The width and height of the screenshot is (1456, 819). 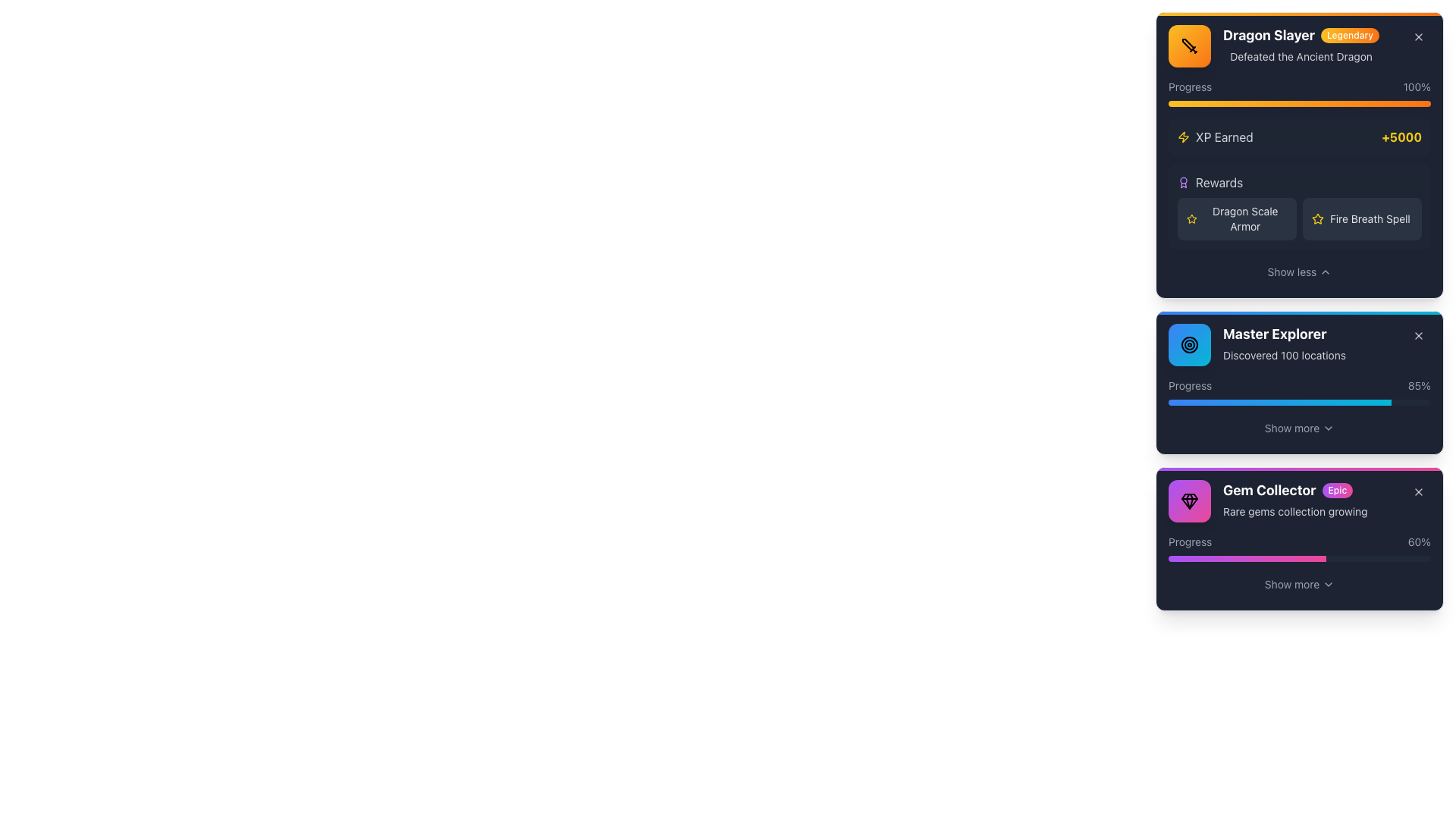 What do you see at coordinates (1298, 584) in the screenshot?
I see `the expandable button below the progress bar within the 'Gem Collector' card` at bounding box center [1298, 584].